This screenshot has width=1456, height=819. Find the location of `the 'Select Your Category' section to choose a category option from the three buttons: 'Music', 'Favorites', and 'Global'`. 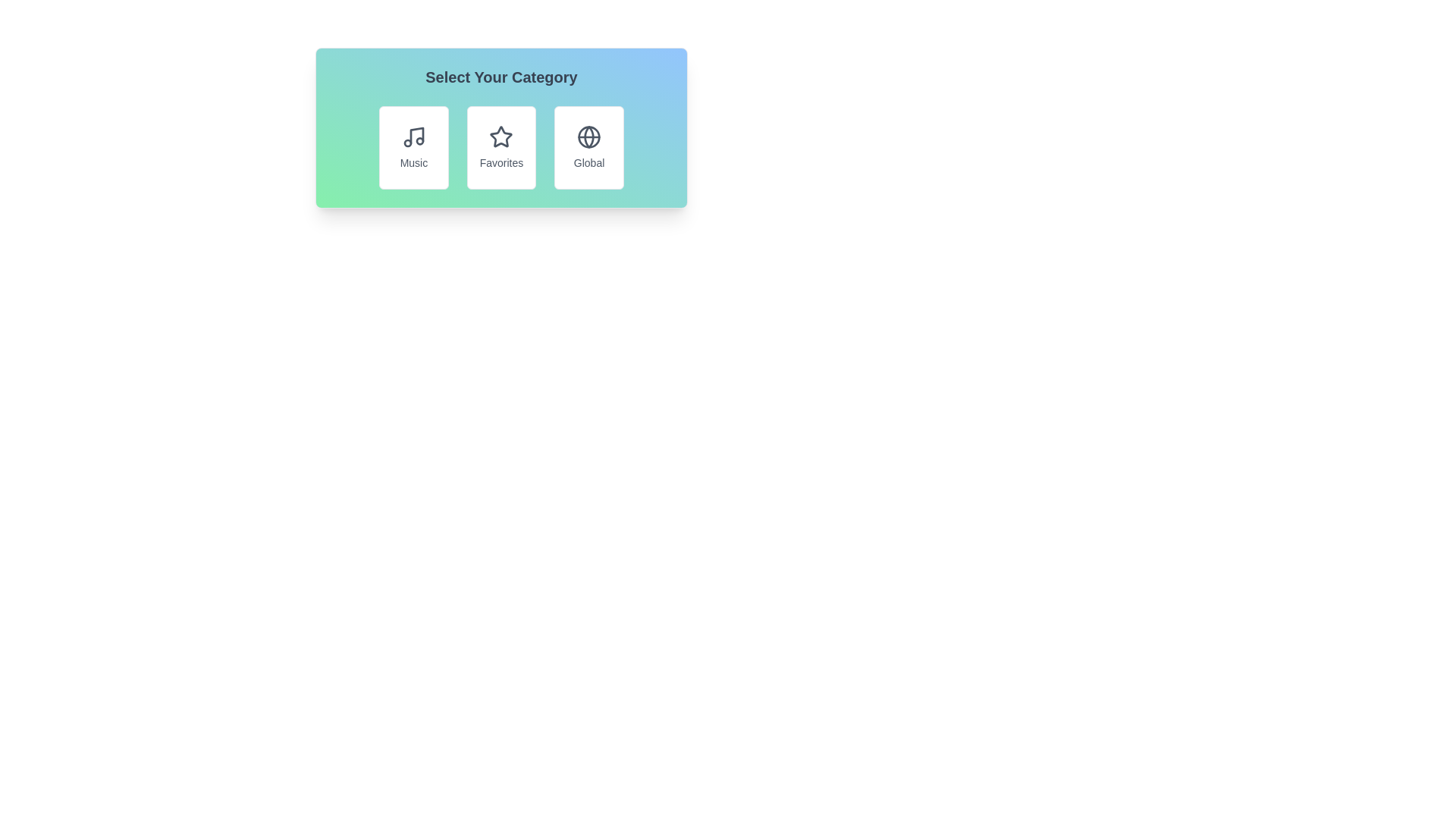

the 'Select Your Category' section to choose a category option from the three buttons: 'Music', 'Favorites', and 'Global' is located at coordinates (501, 127).